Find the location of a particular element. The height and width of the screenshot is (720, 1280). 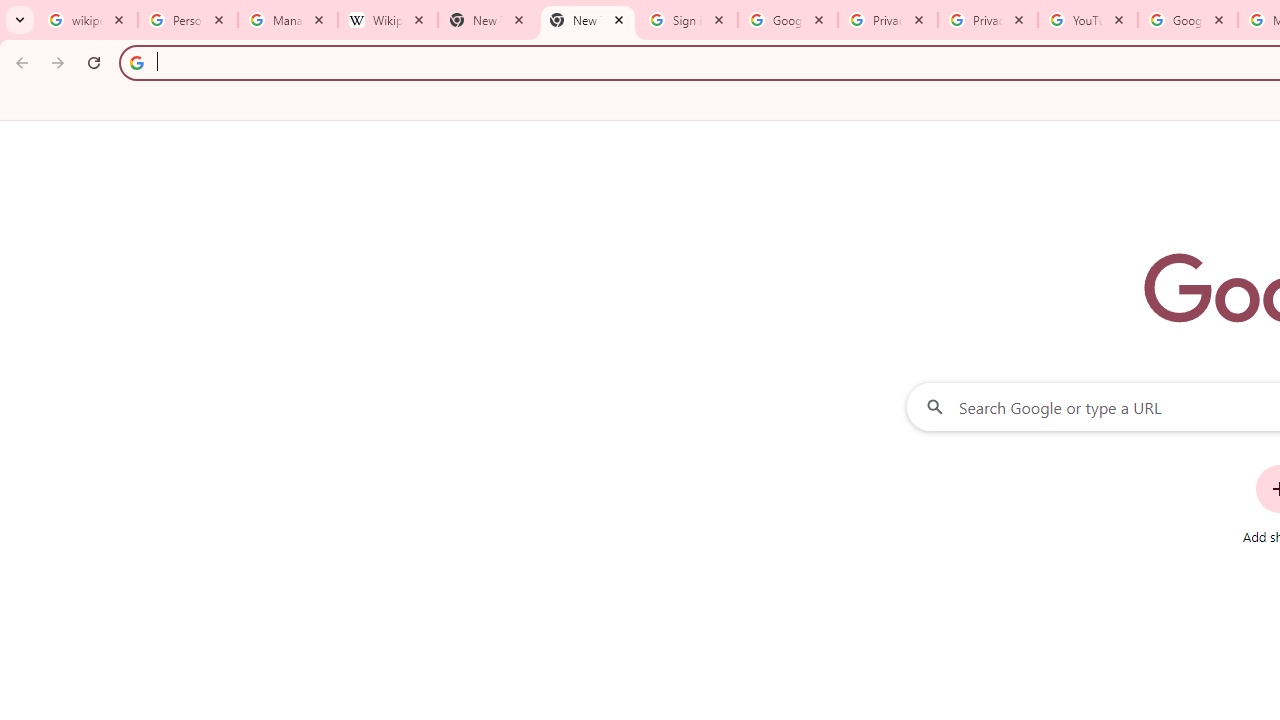

'Google Drive: Sign-in' is located at coordinates (787, 20).